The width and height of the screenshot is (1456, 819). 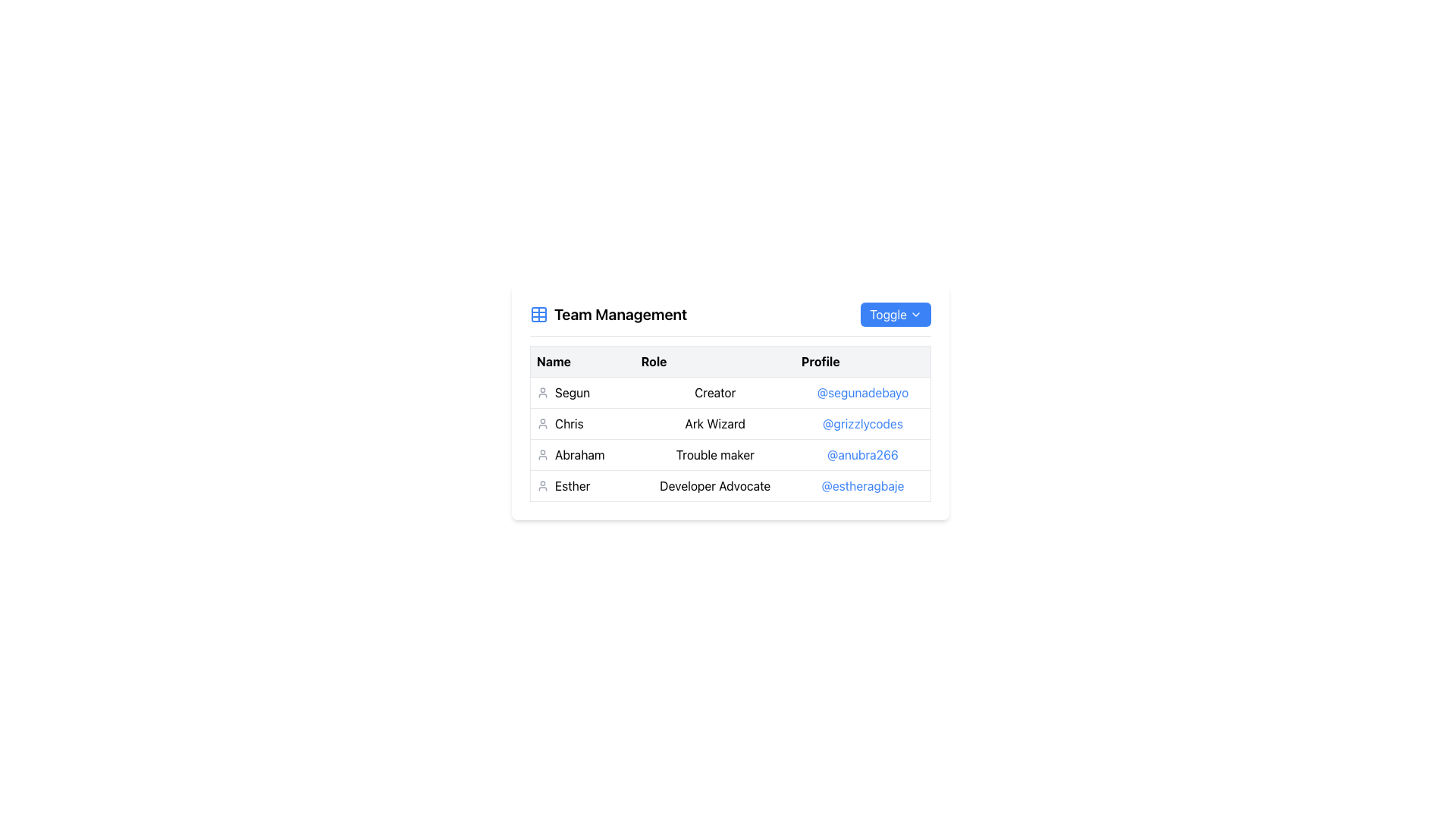 I want to click on the interactive username link '@estheragbaje' in the 'Profile' column of the table, so click(x=862, y=485).